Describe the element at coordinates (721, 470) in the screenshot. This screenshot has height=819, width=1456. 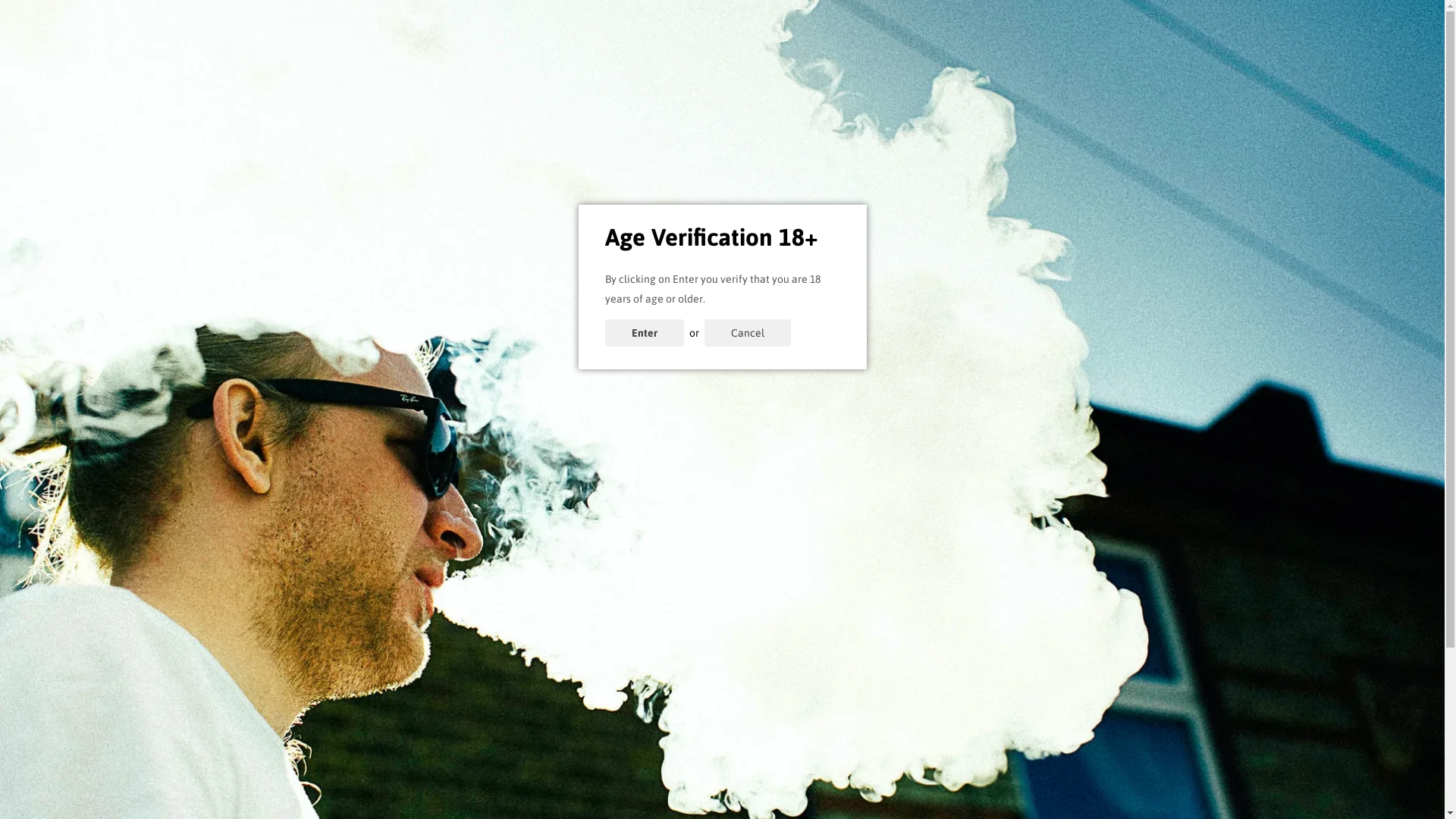
I see `'Click here to continue shopping'` at that location.